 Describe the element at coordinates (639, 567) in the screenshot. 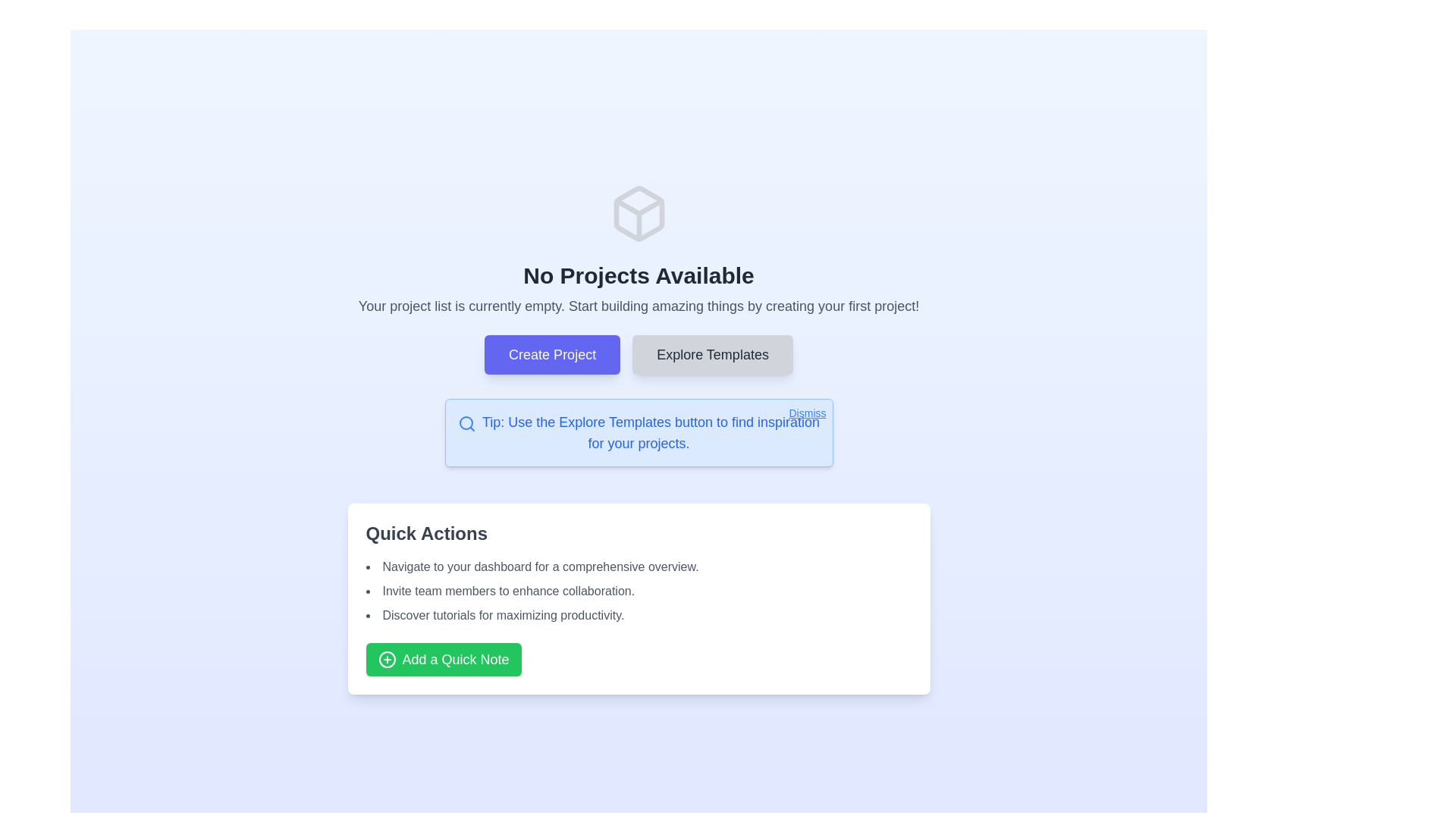

I see `informational text item stating 'Navigate to your dashboard for a comprehensive overview.' which is the first item in the bulleted list inside the 'Quick Actions' card` at that location.